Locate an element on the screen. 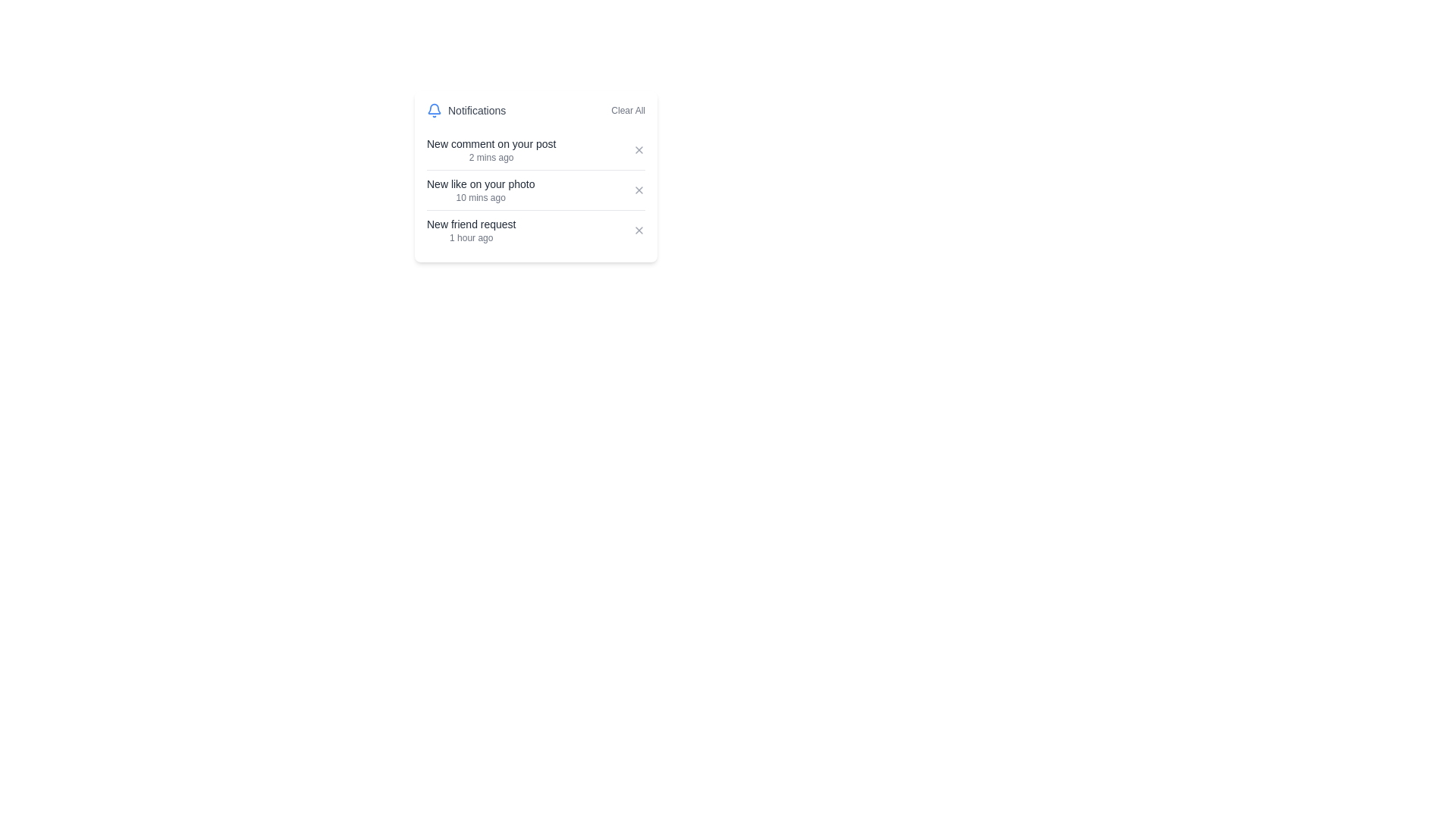  the dismiss button (the 'X' icon) on the notification entry that states 'New like on your photo - 10 mins ago' is located at coordinates (639, 189).